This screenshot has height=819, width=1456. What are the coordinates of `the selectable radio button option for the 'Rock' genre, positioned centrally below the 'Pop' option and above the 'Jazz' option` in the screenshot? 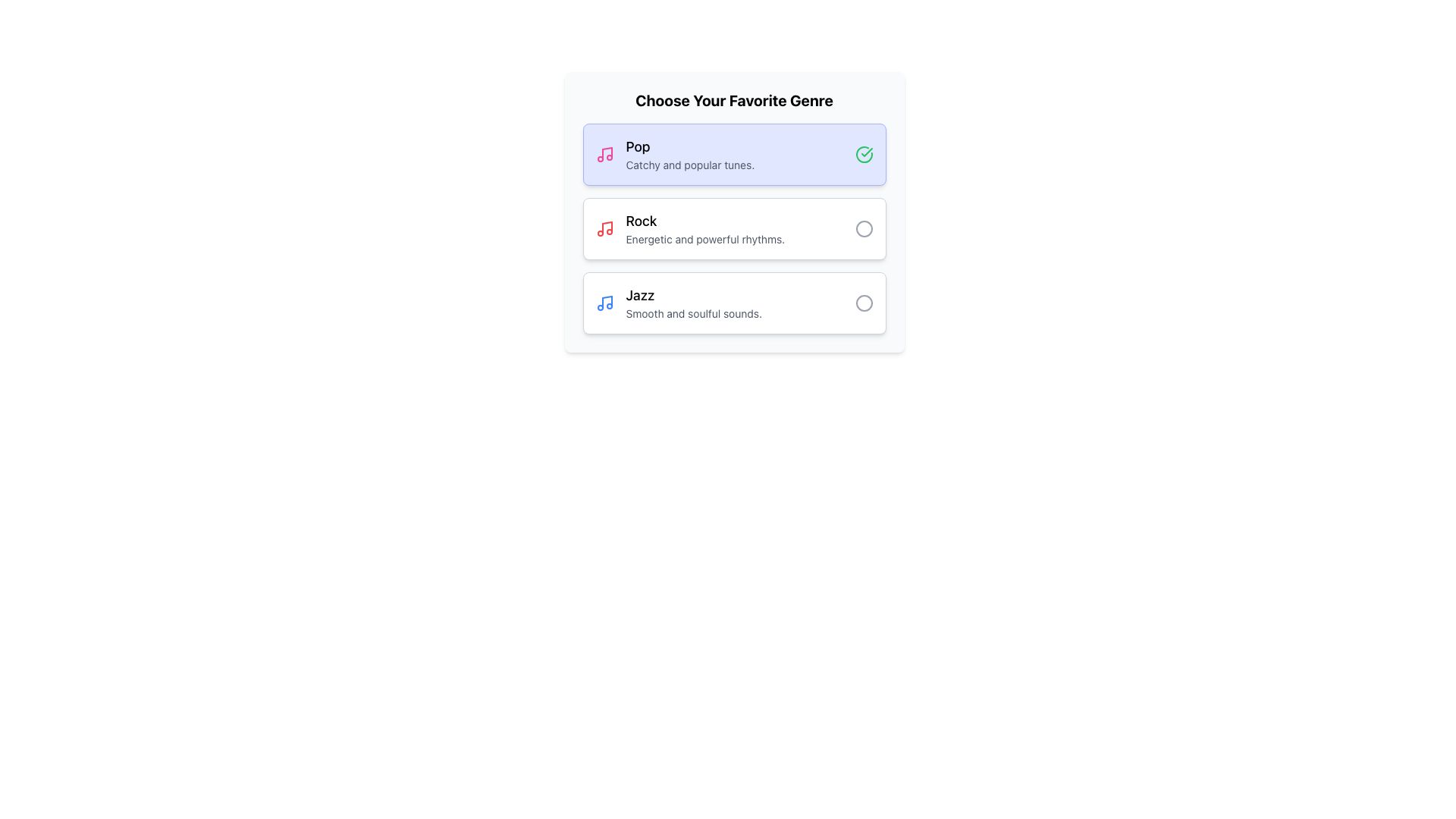 It's located at (734, 212).